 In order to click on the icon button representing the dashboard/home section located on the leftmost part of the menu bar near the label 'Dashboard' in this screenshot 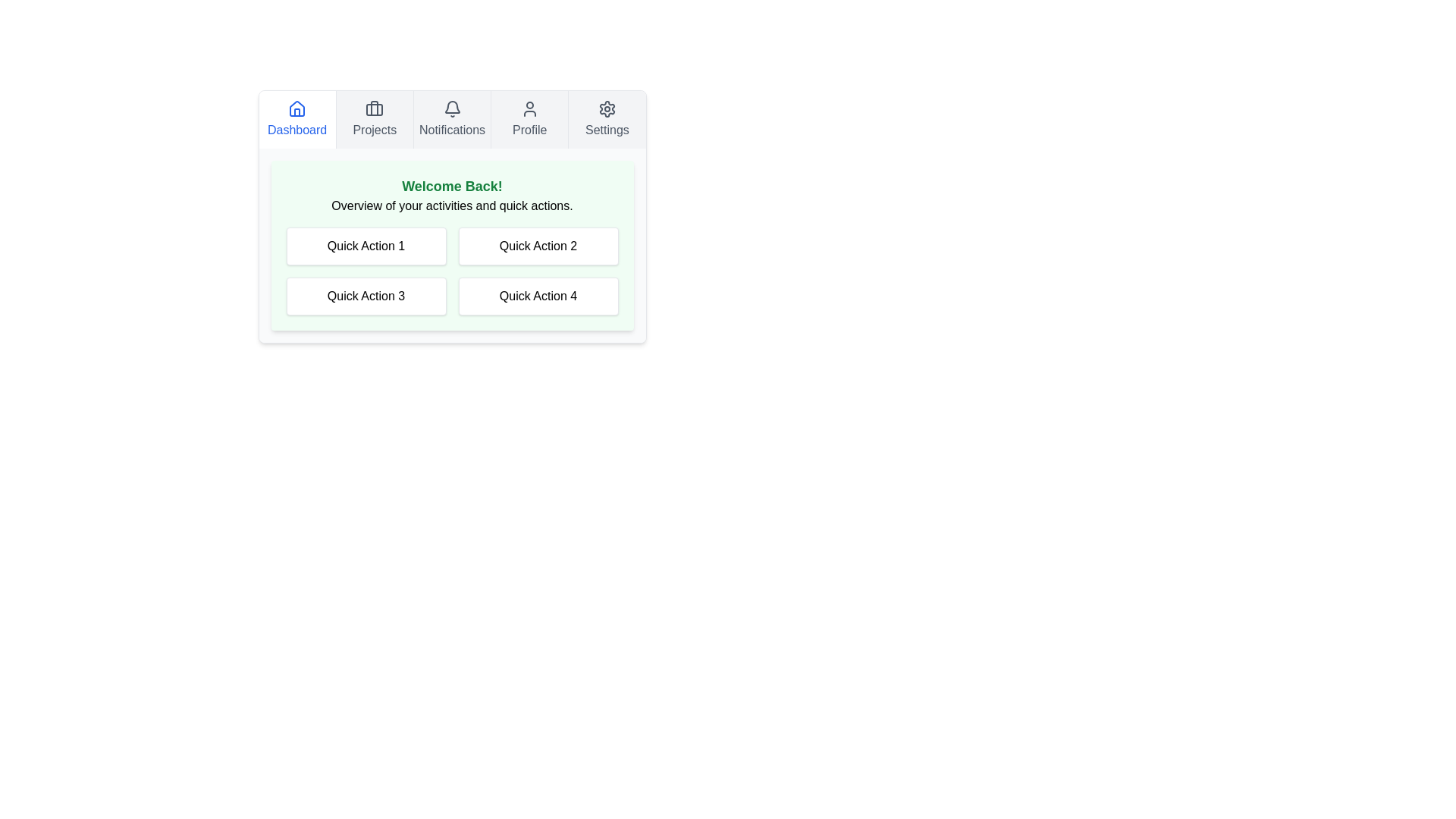, I will do `click(297, 108)`.